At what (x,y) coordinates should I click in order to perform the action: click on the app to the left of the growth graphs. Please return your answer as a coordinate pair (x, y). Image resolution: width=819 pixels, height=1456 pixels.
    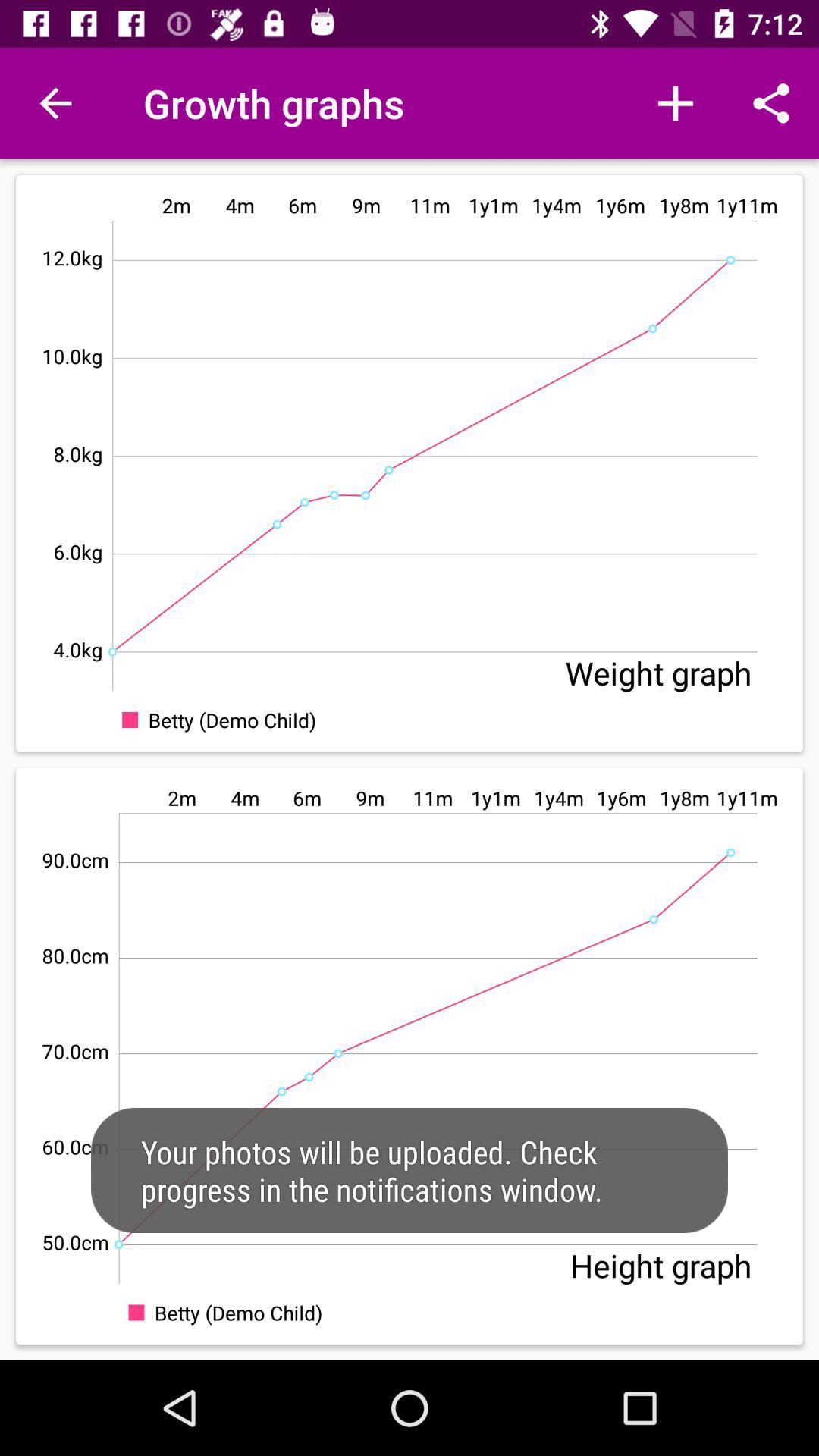
    Looking at the image, I should click on (55, 102).